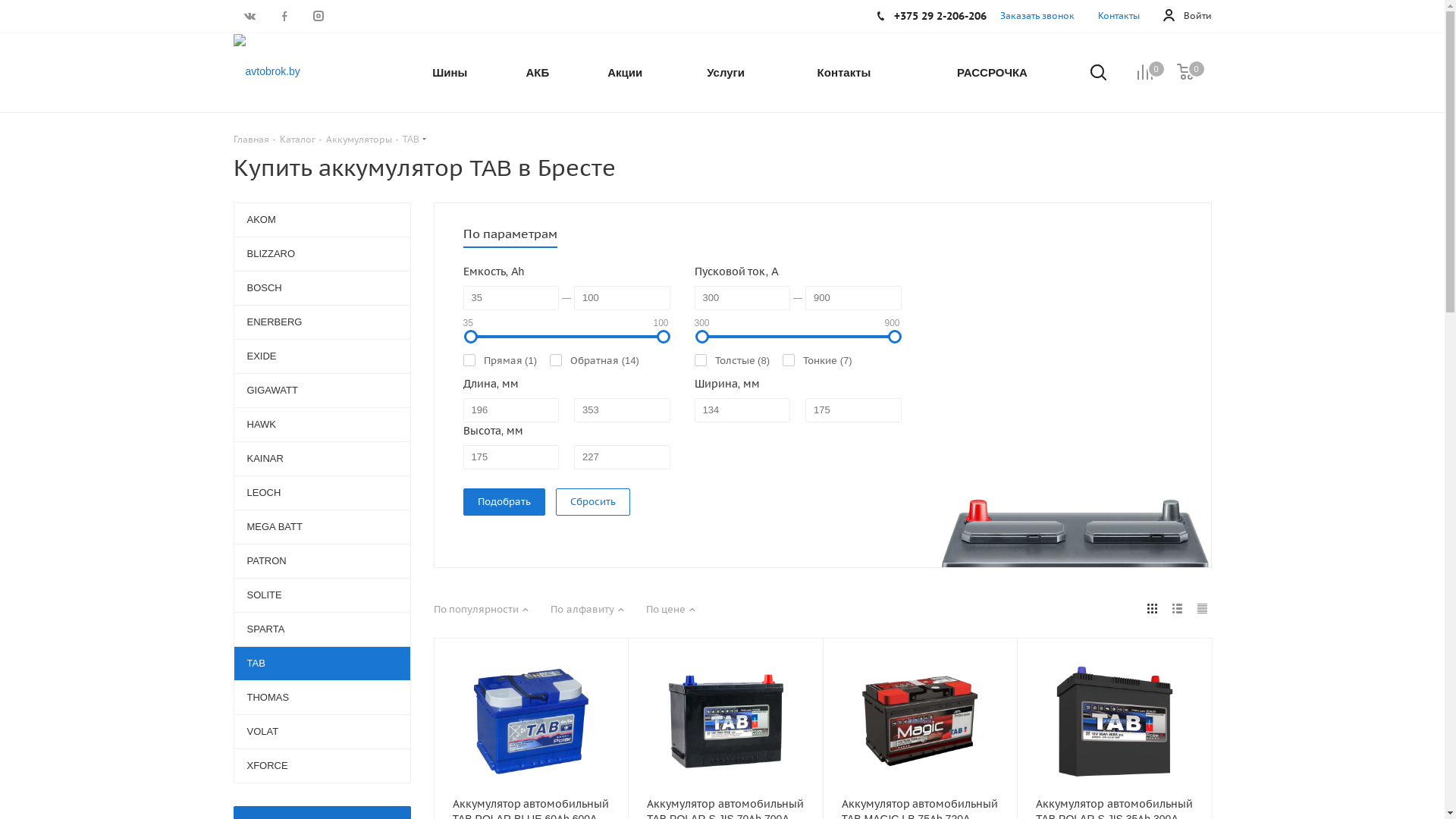  I want to click on 'GIGAWATT', so click(232, 389).